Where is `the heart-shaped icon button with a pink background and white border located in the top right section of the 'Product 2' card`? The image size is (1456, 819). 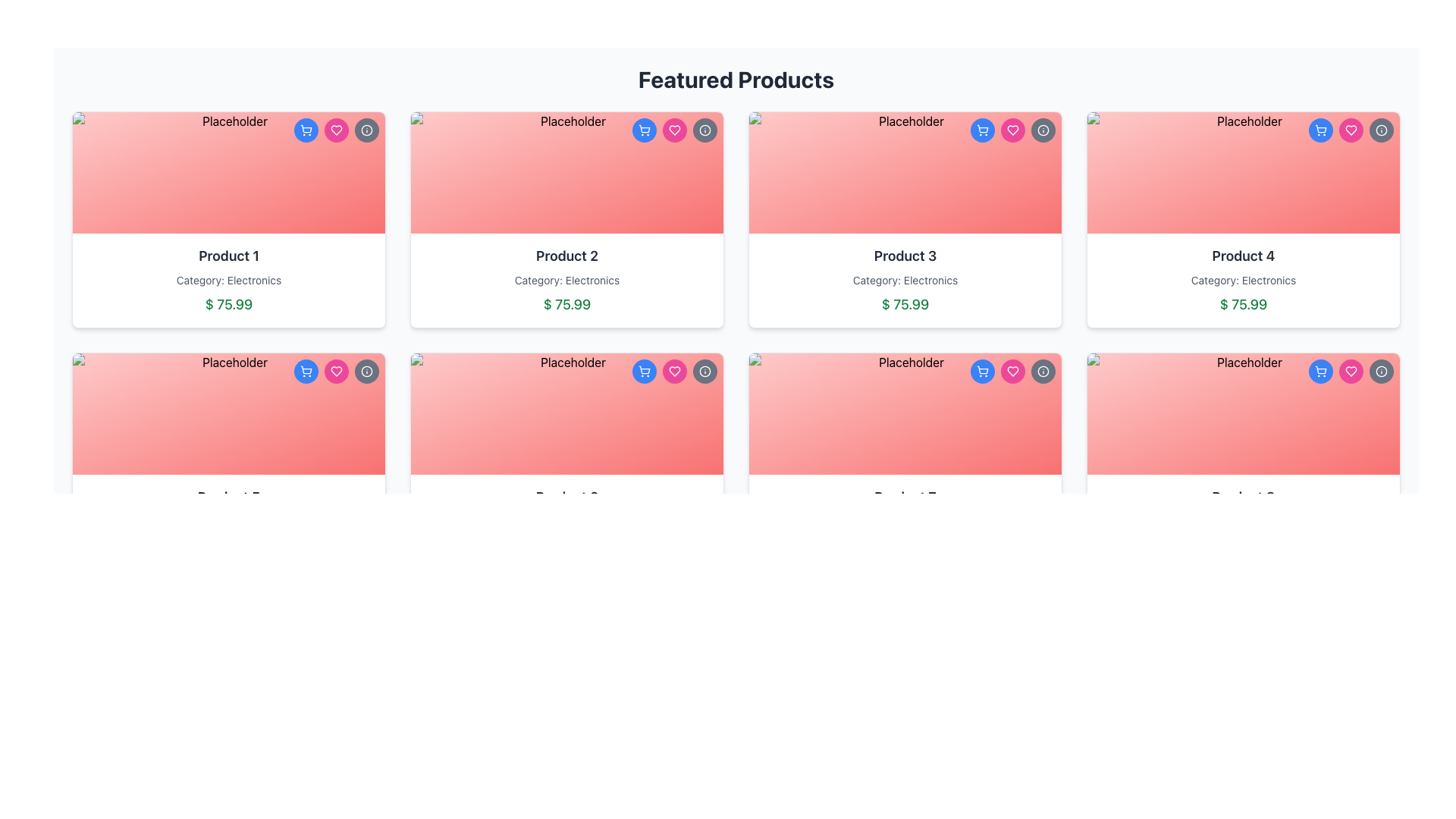
the heart-shaped icon button with a pink background and white border located in the top right section of the 'Product 2' card is located at coordinates (673, 130).